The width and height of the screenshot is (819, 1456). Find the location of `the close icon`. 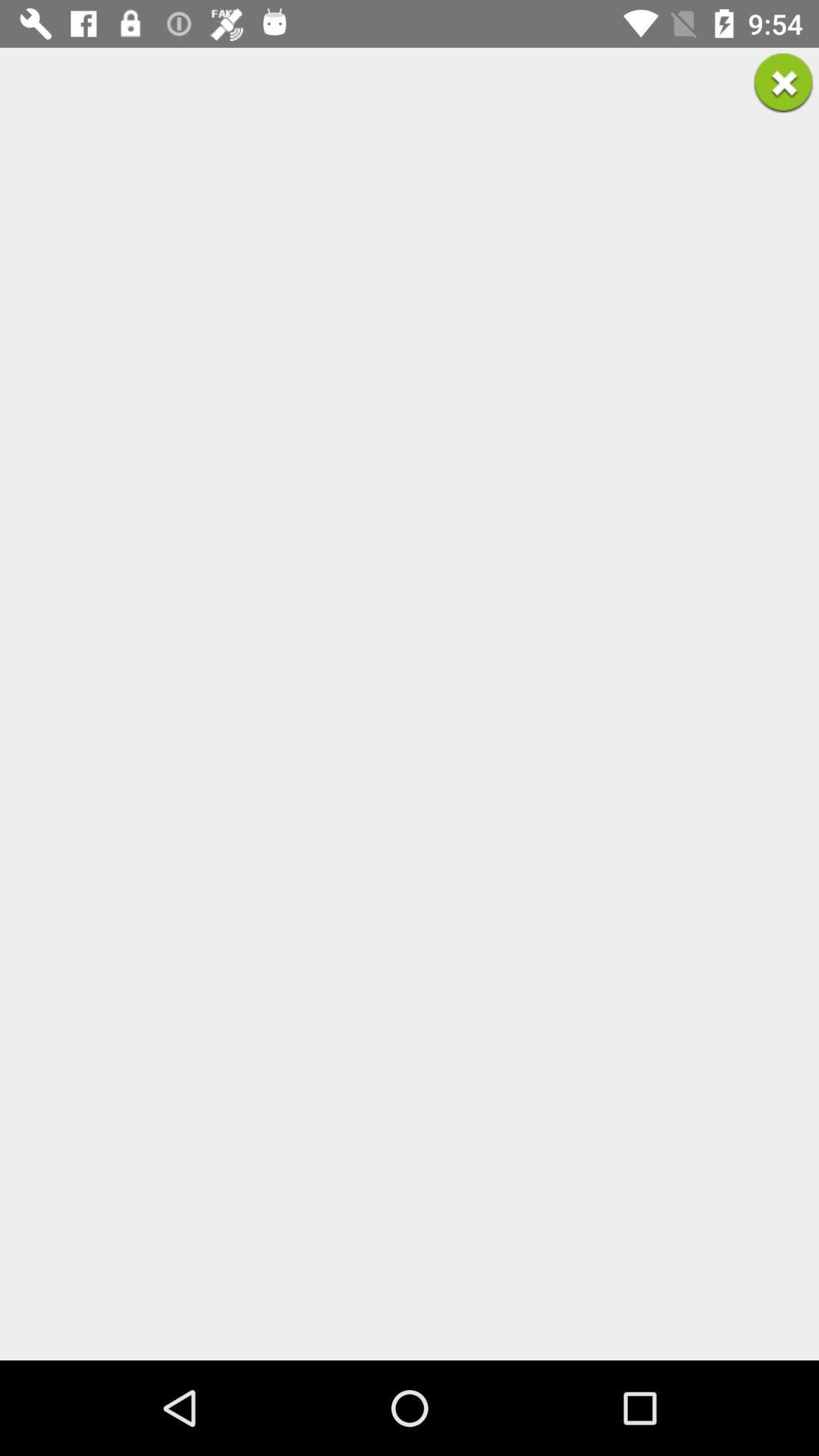

the close icon is located at coordinates (783, 82).